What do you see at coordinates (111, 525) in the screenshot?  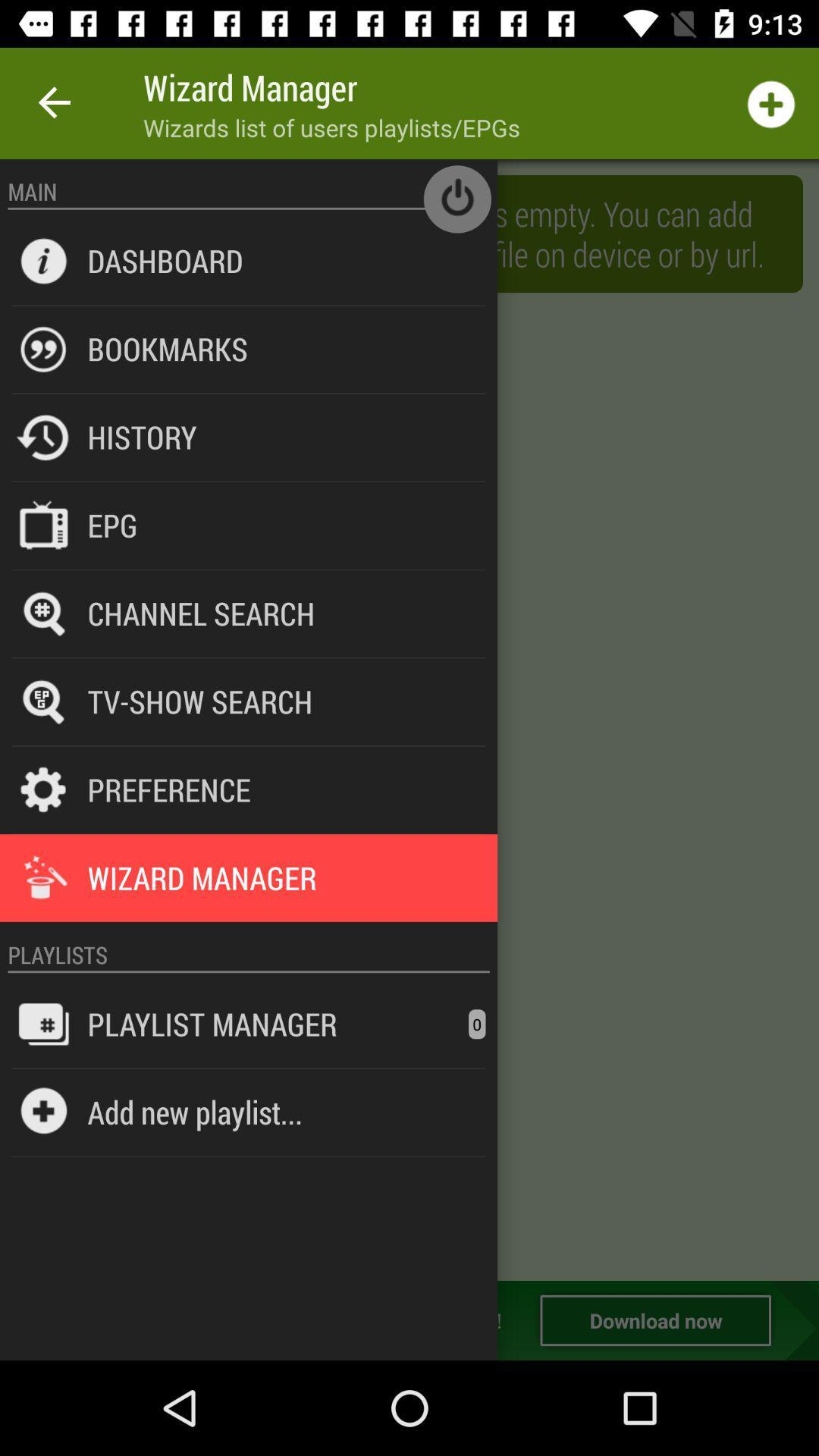 I see `epg` at bounding box center [111, 525].